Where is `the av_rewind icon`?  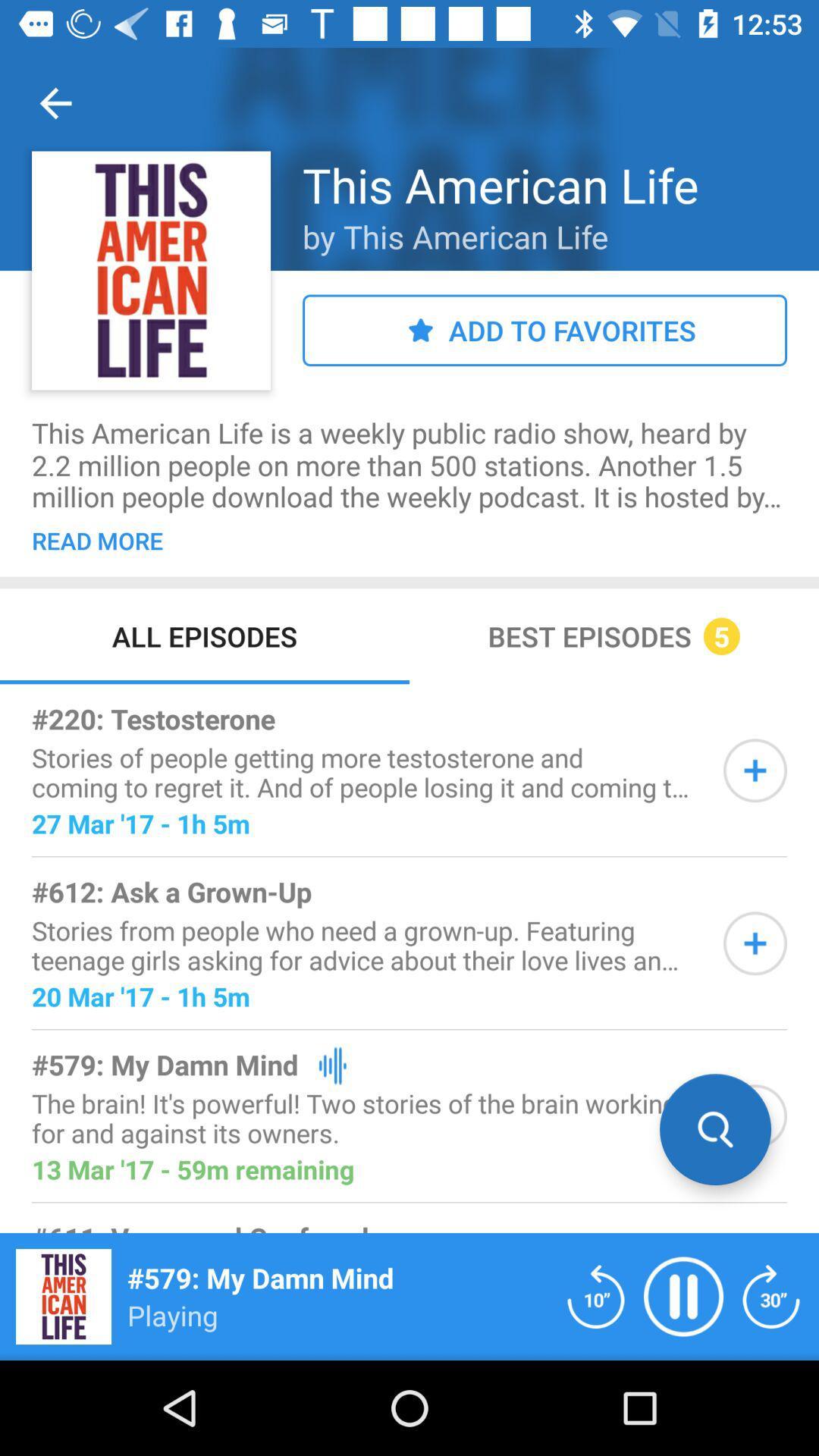
the av_rewind icon is located at coordinates (595, 1295).